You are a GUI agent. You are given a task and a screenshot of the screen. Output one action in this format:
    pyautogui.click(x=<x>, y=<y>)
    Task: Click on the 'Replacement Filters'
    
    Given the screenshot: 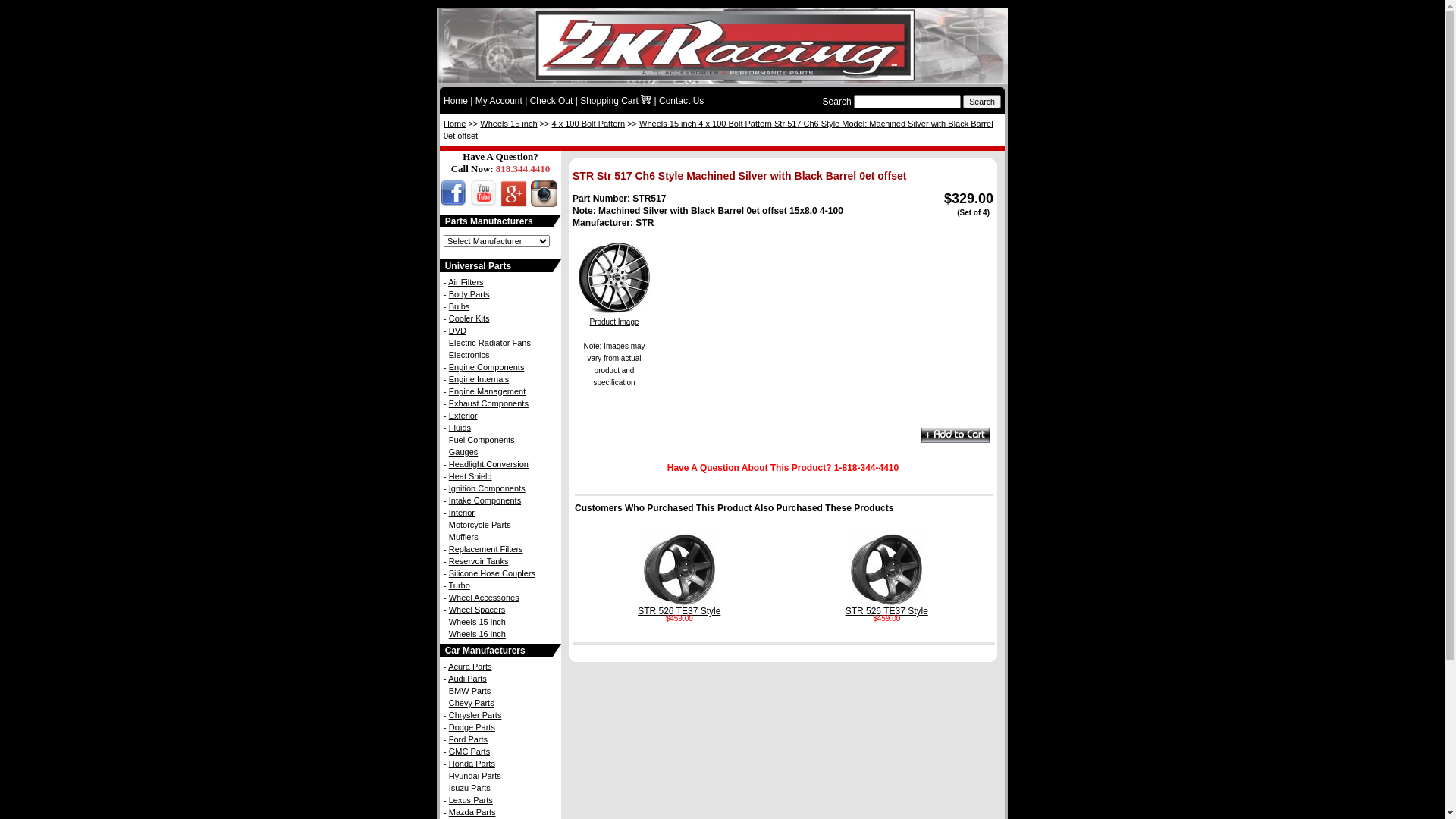 What is the action you would take?
    pyautogui.click(x=486, y=549)
    